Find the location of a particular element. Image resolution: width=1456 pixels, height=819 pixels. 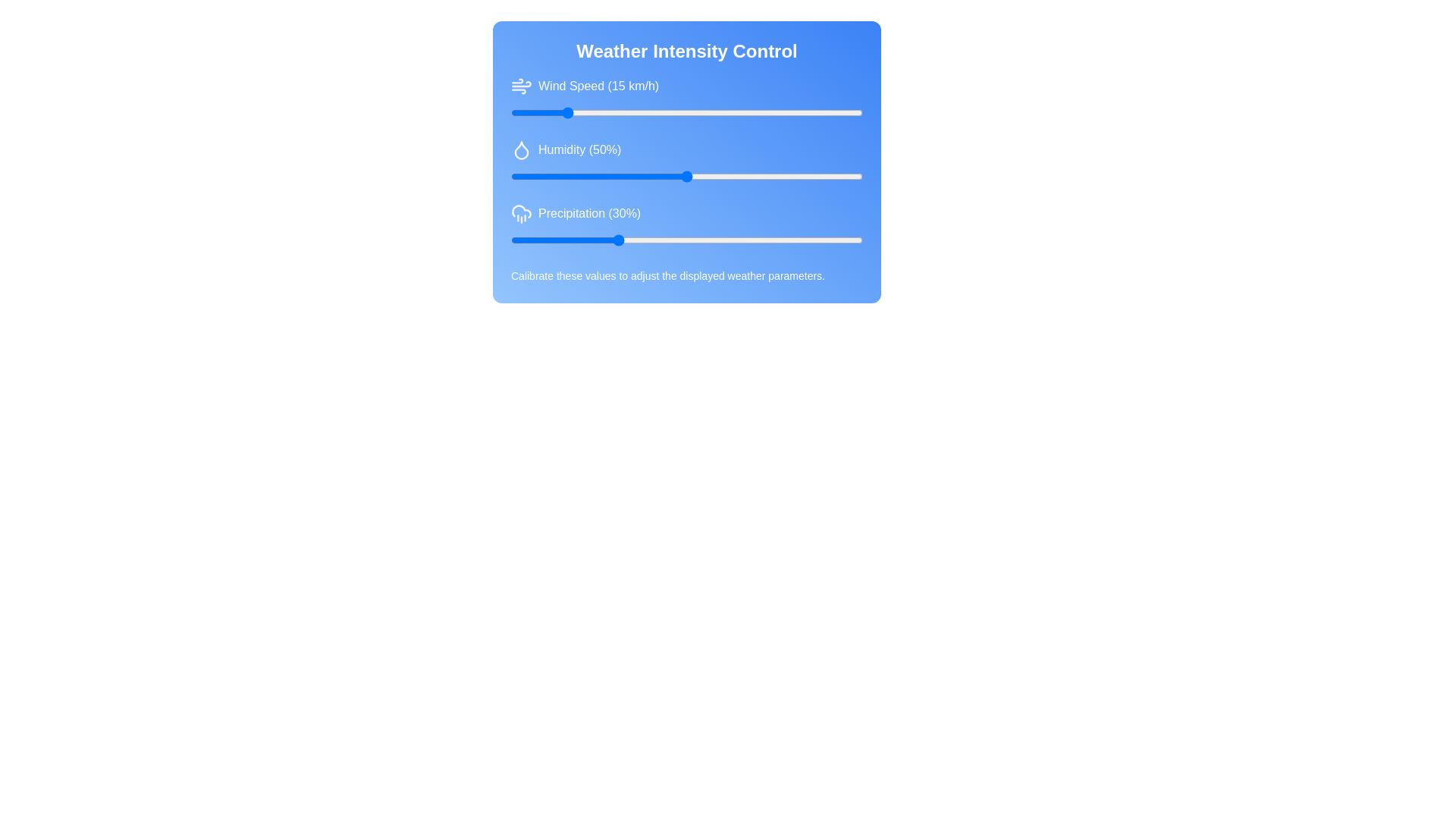

the wind speed is located at coordinates (595, 112).